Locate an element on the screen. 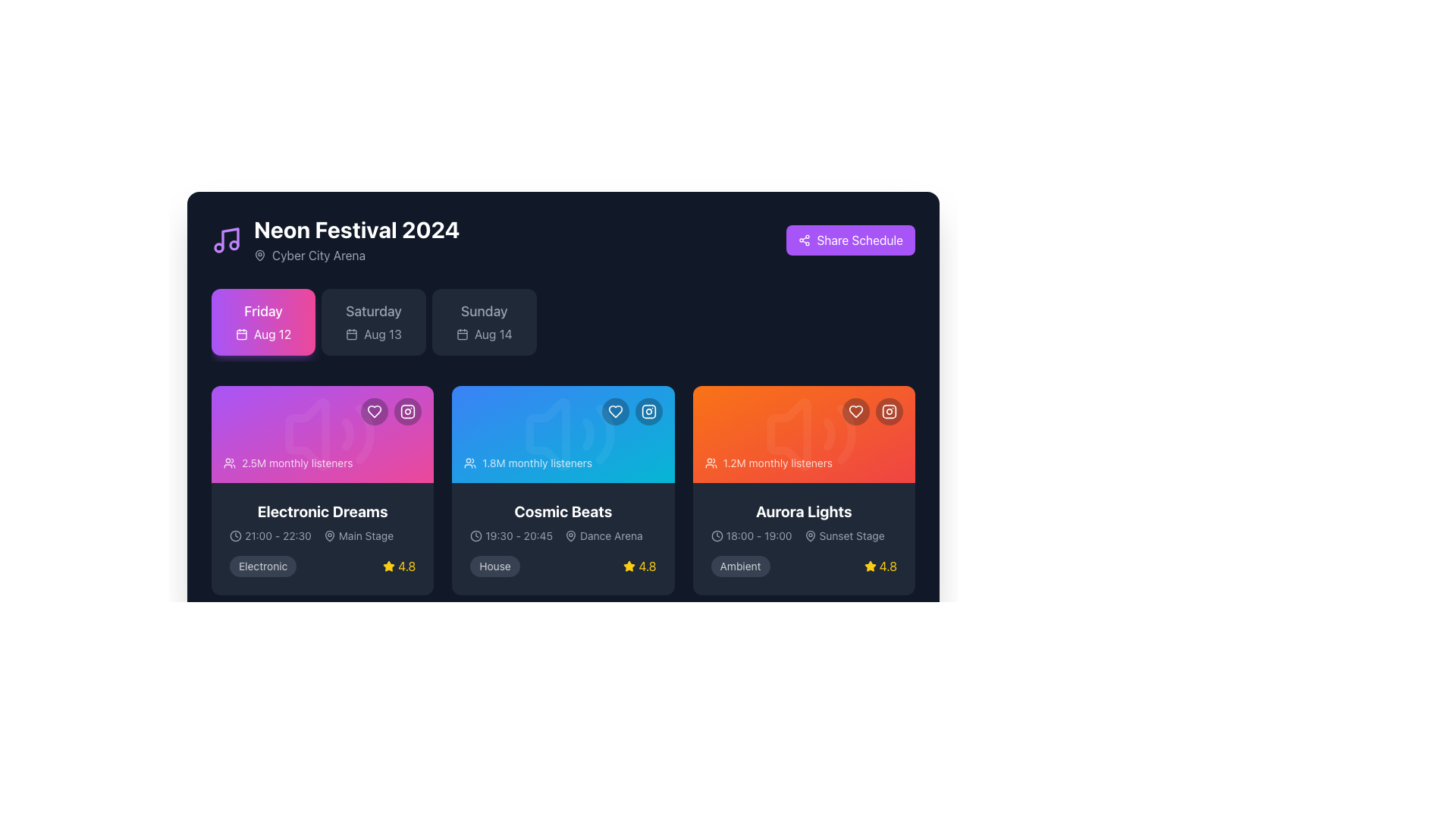  the icon button group consisting of a heart symbol and an Instagram logo located in the top-right corner of the pink card labeled 'Electronic Dreams.' is located at coordinates (391, 412).